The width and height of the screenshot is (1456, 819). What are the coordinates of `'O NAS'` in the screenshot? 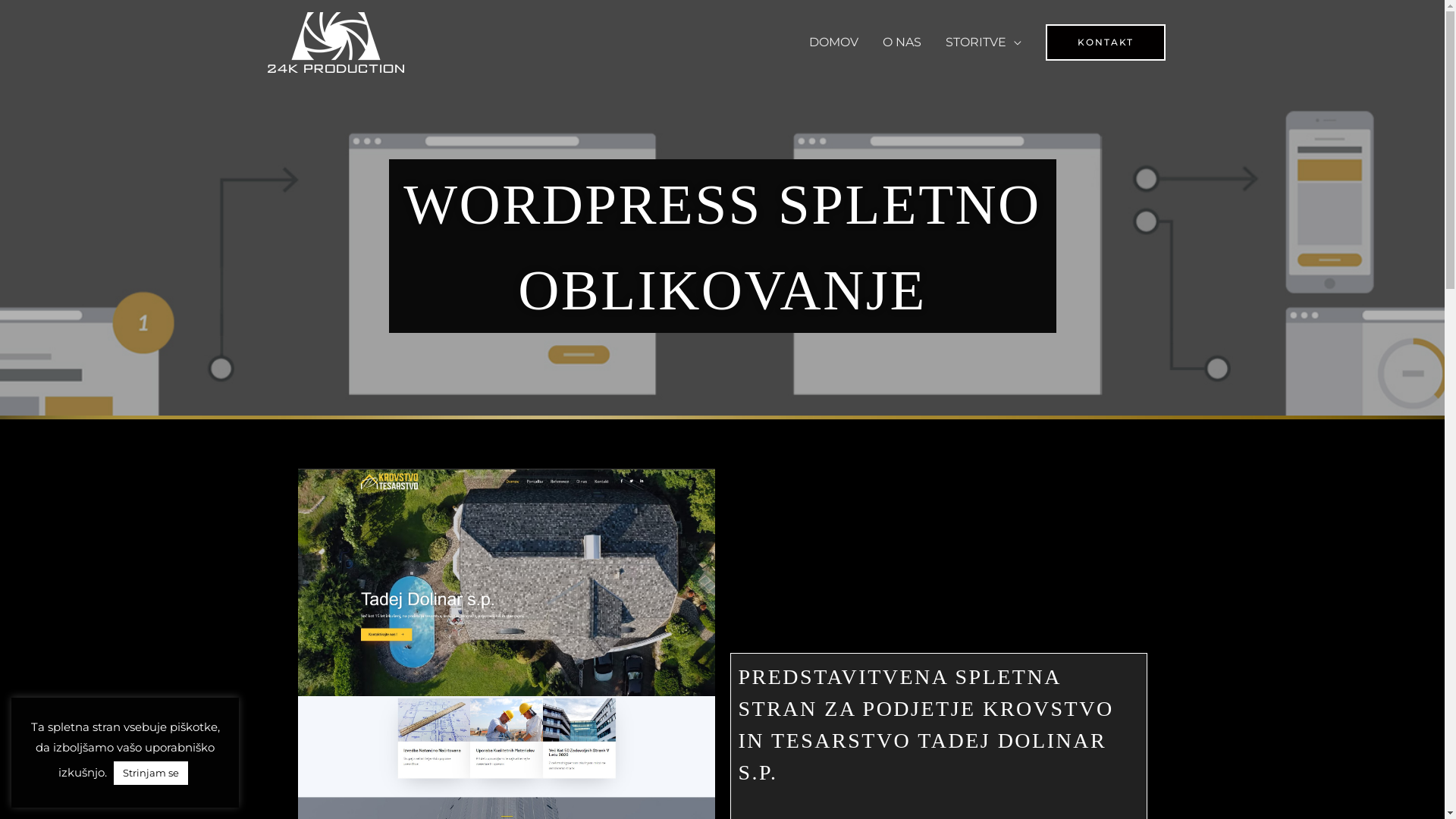 It's located at (902, 42).